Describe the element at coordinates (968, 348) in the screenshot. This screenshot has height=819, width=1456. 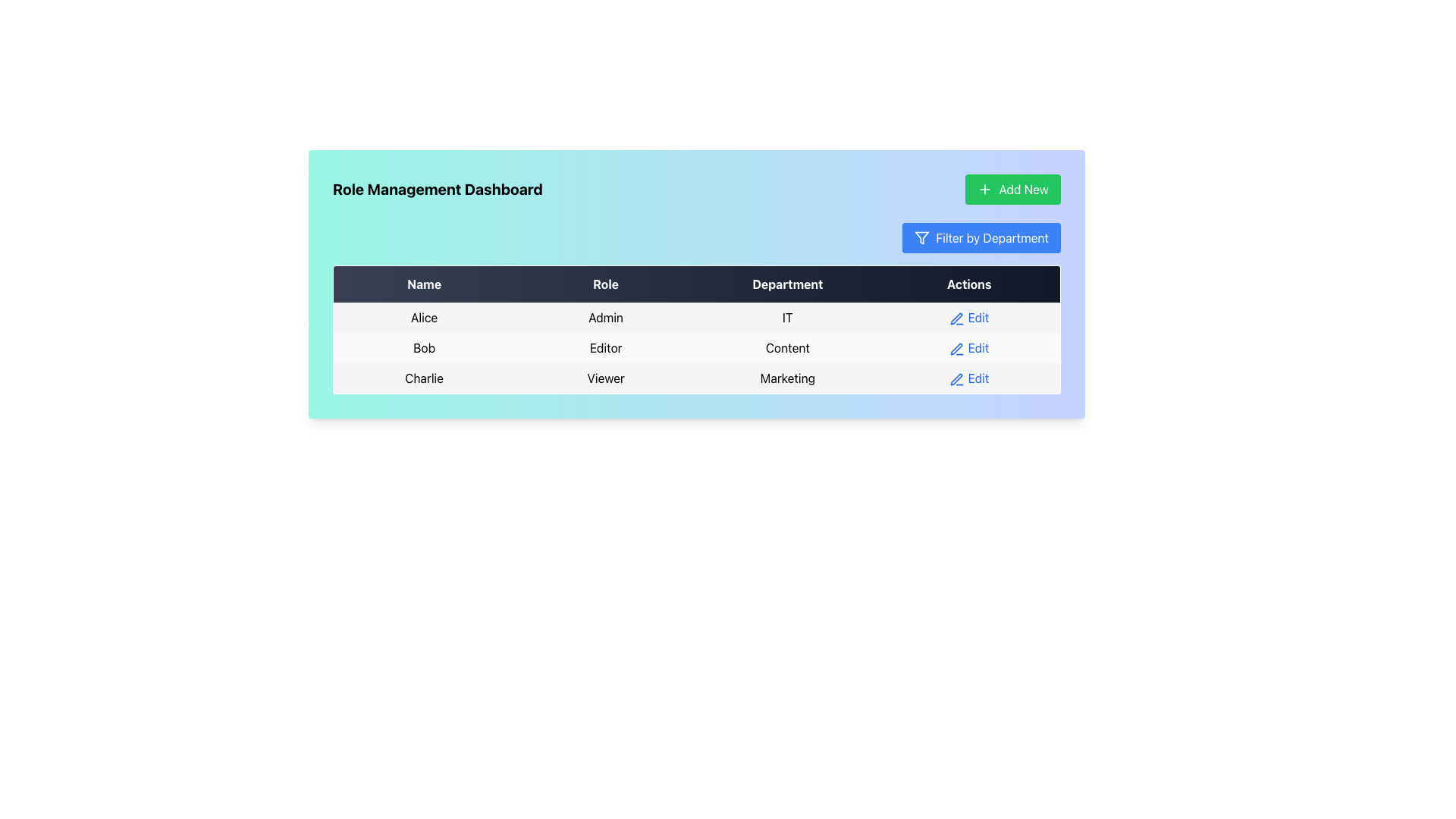
I see `the second 'Edit' hyperlink with an icon in the 'Actions' column of the table row for the 'Content' department` at that location.